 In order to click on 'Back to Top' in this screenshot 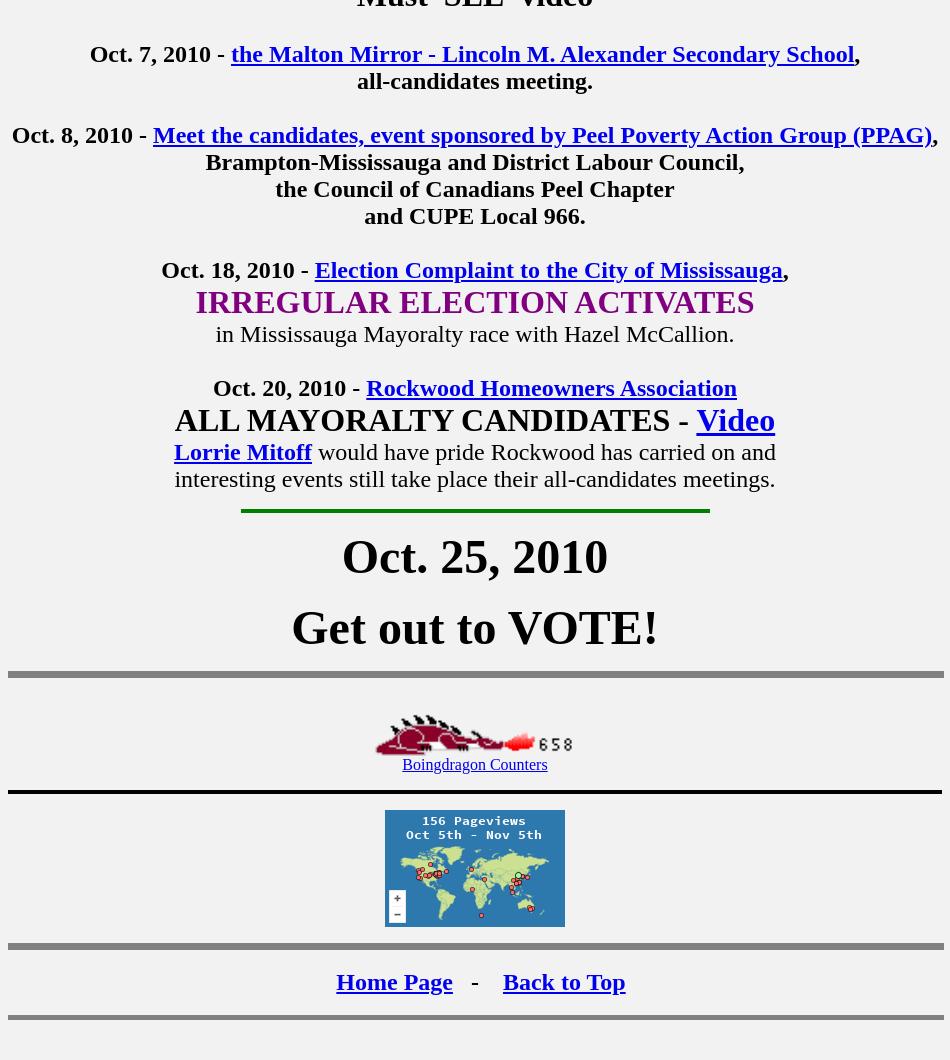, I will do `click(563, 980)`.